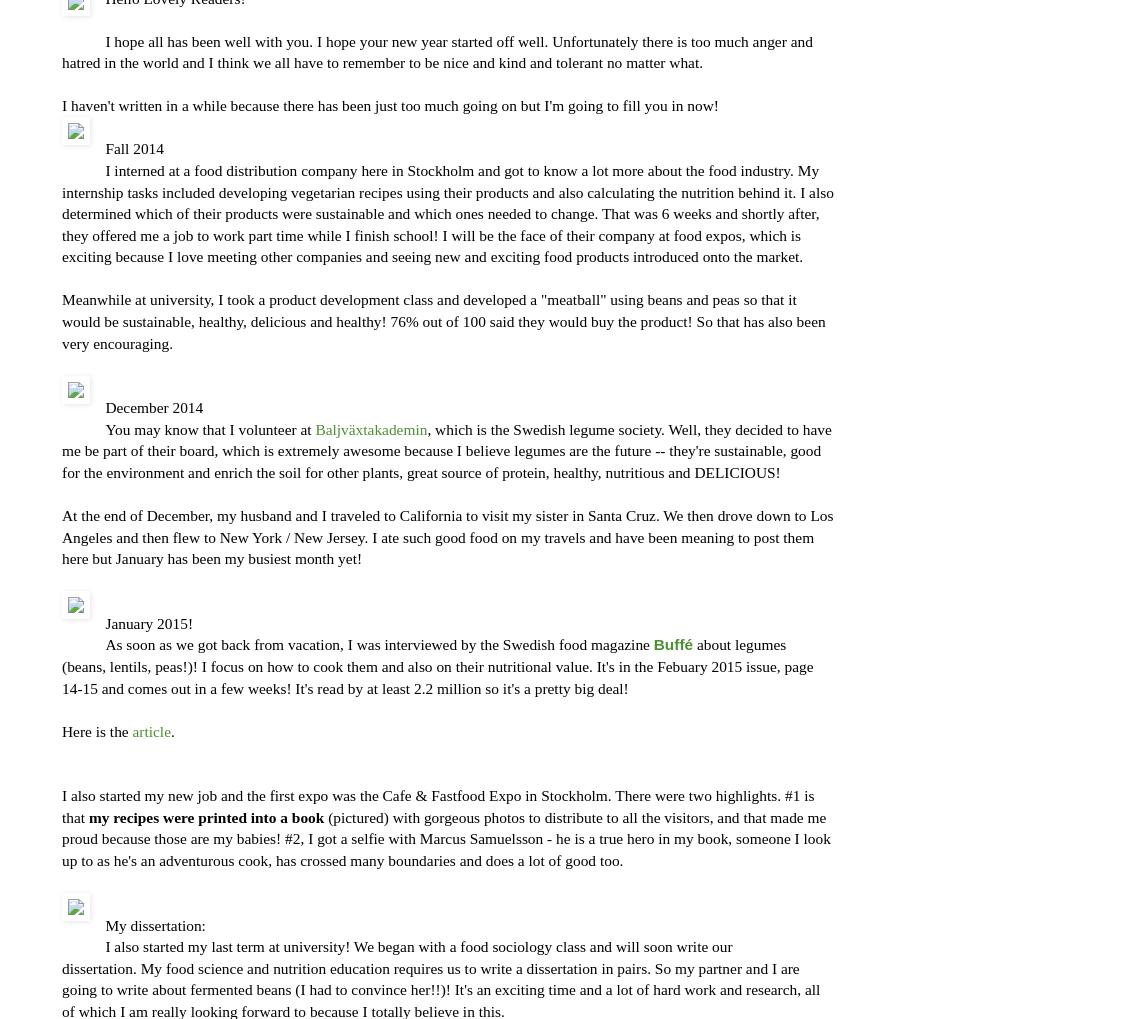 The height and width of the screenshot is (1019, 1148). I want to click on 'article', so click(150, 730).